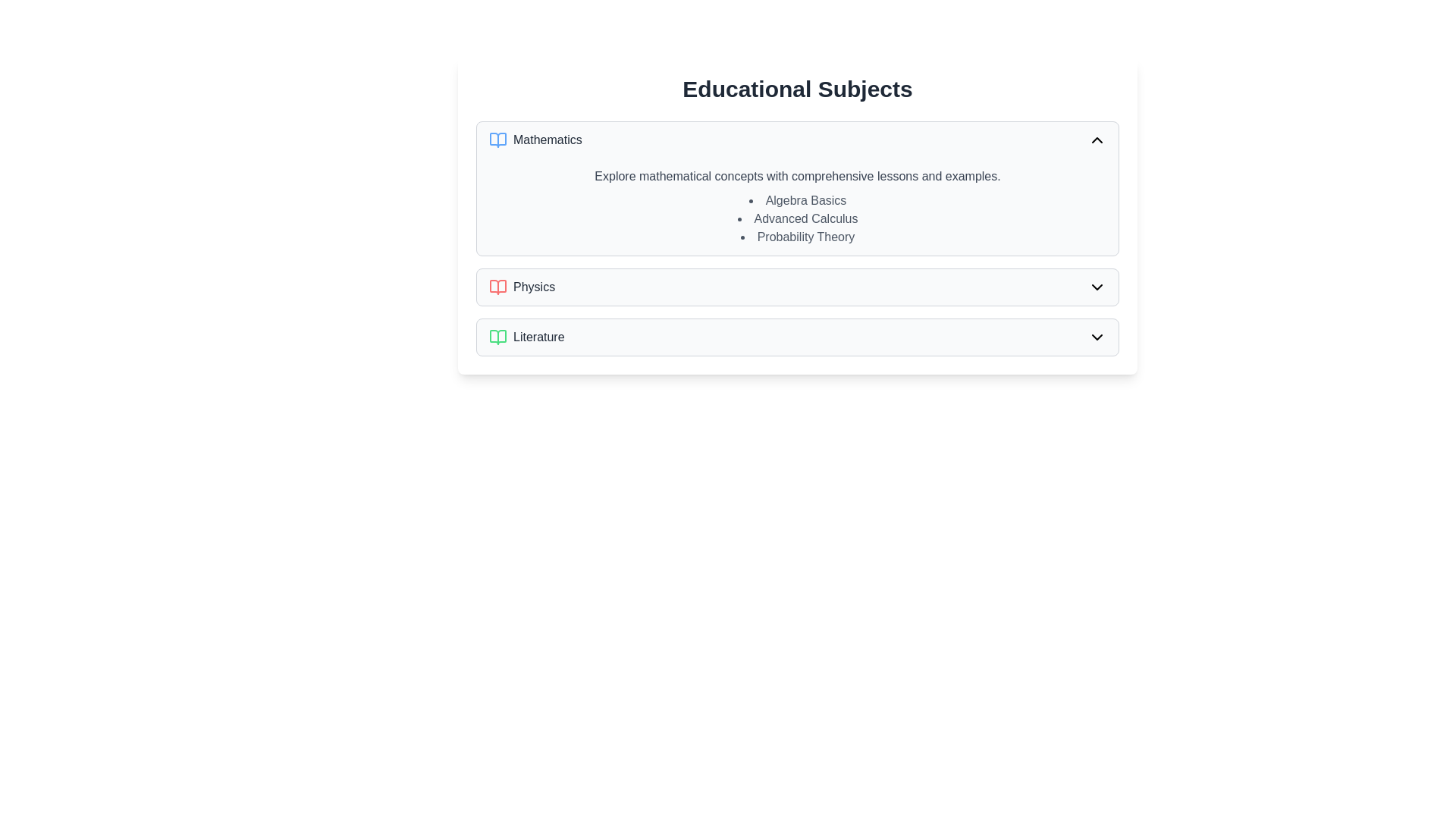 The image size is (1456, 819). I want to click on blue open book SVG icon located to the left of the 'Mathematics' label in the 'Educational Subjects' section using developer tools, so click(498, 140).